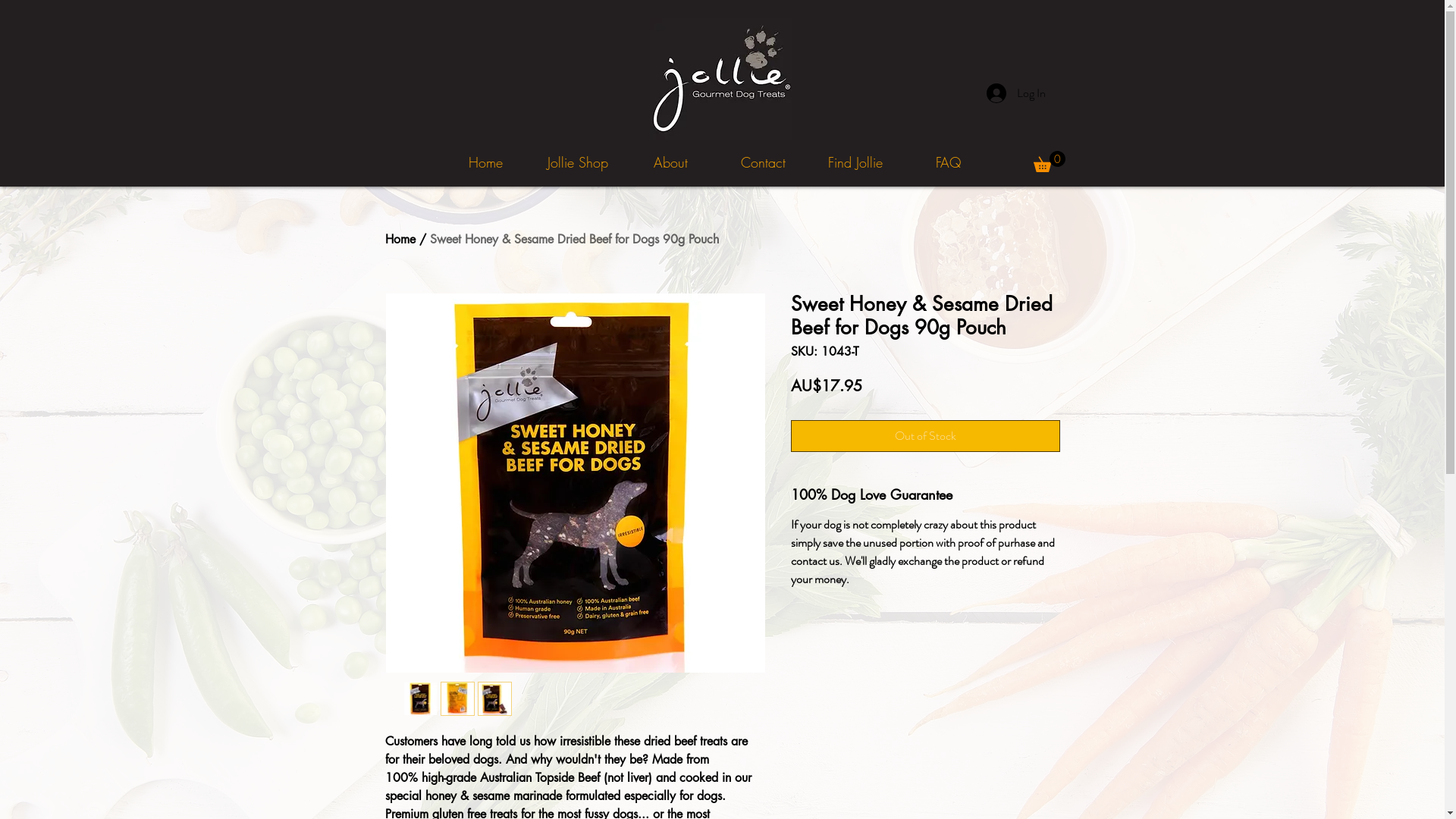 This screenshot has width=1456, height=819. I want to click on 'Jollie Shop', so click(577, 162).